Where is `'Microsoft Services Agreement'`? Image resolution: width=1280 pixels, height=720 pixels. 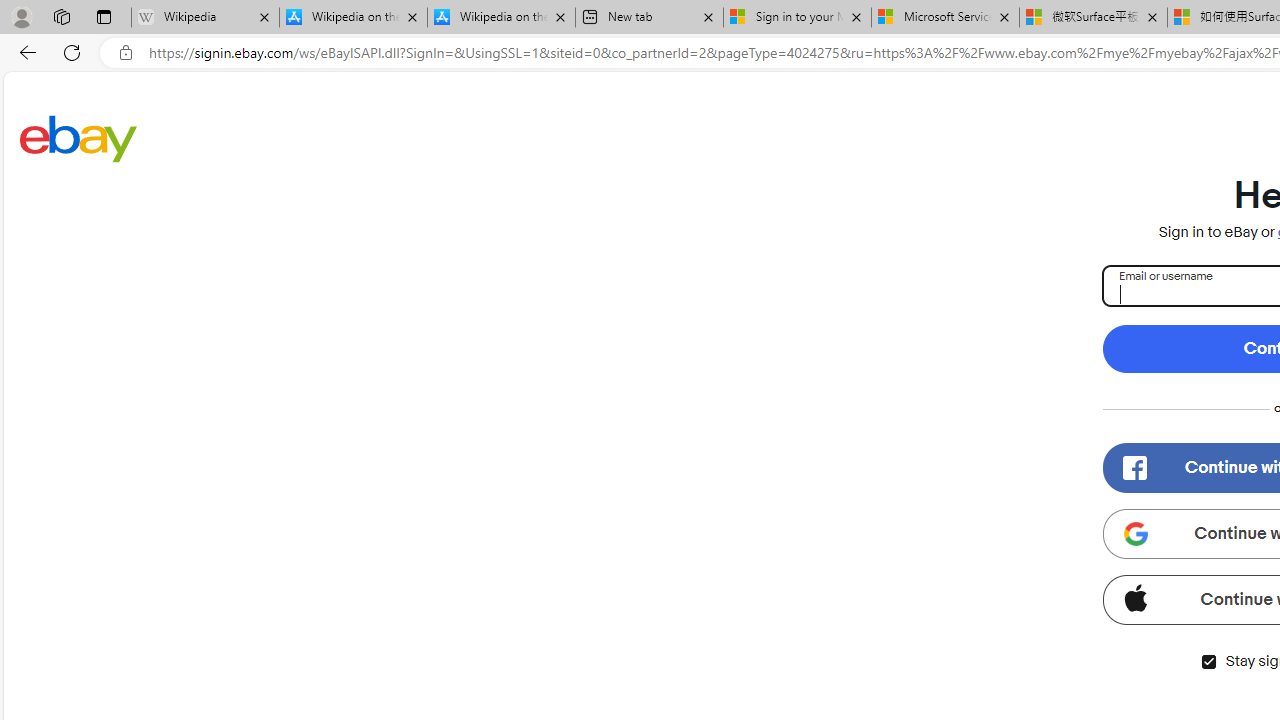
'Microsoft Services Agreement' is located at coordinates (944, 17).